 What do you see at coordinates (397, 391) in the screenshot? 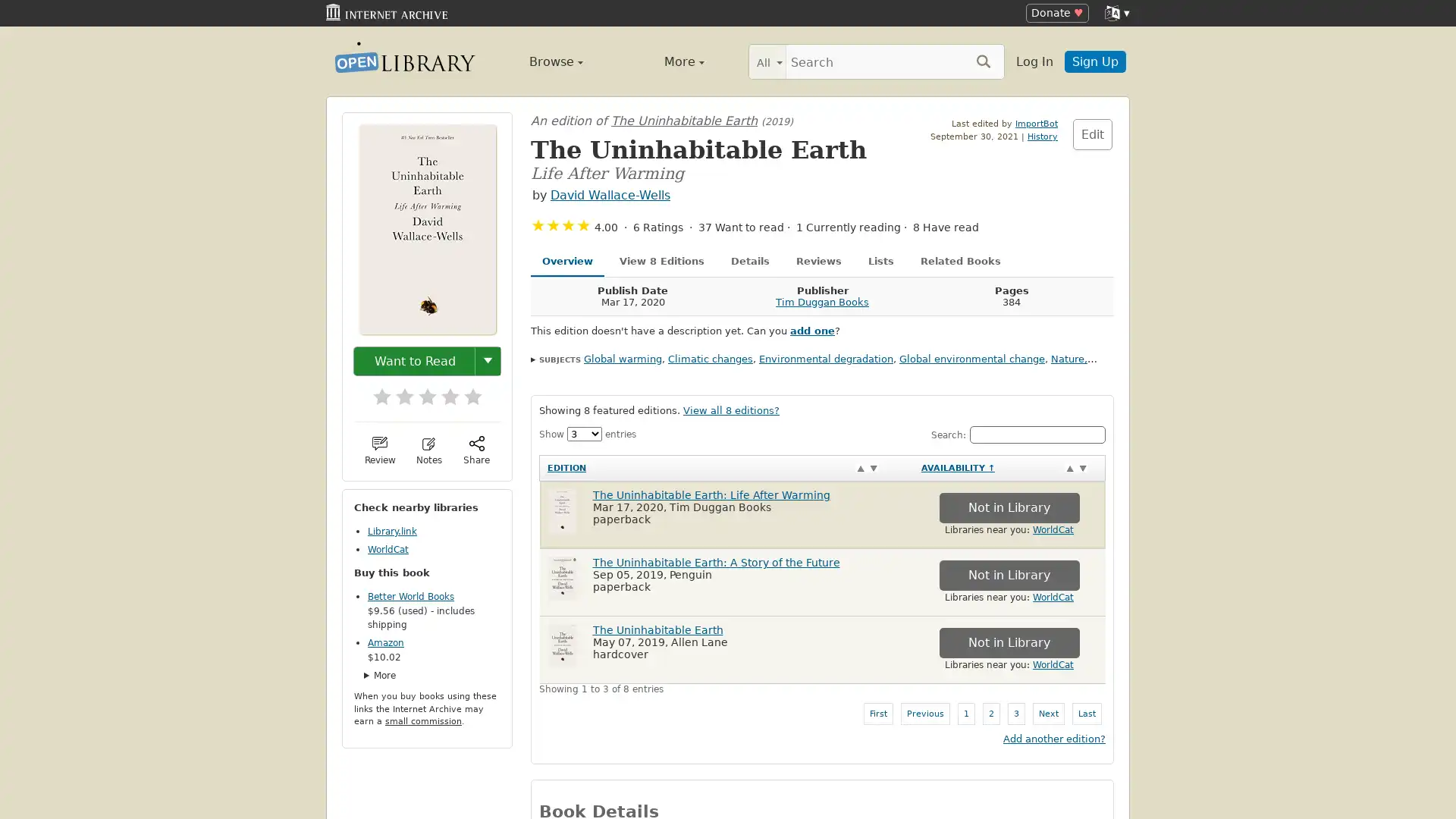
I see `2` at bounding box center [397, 391].